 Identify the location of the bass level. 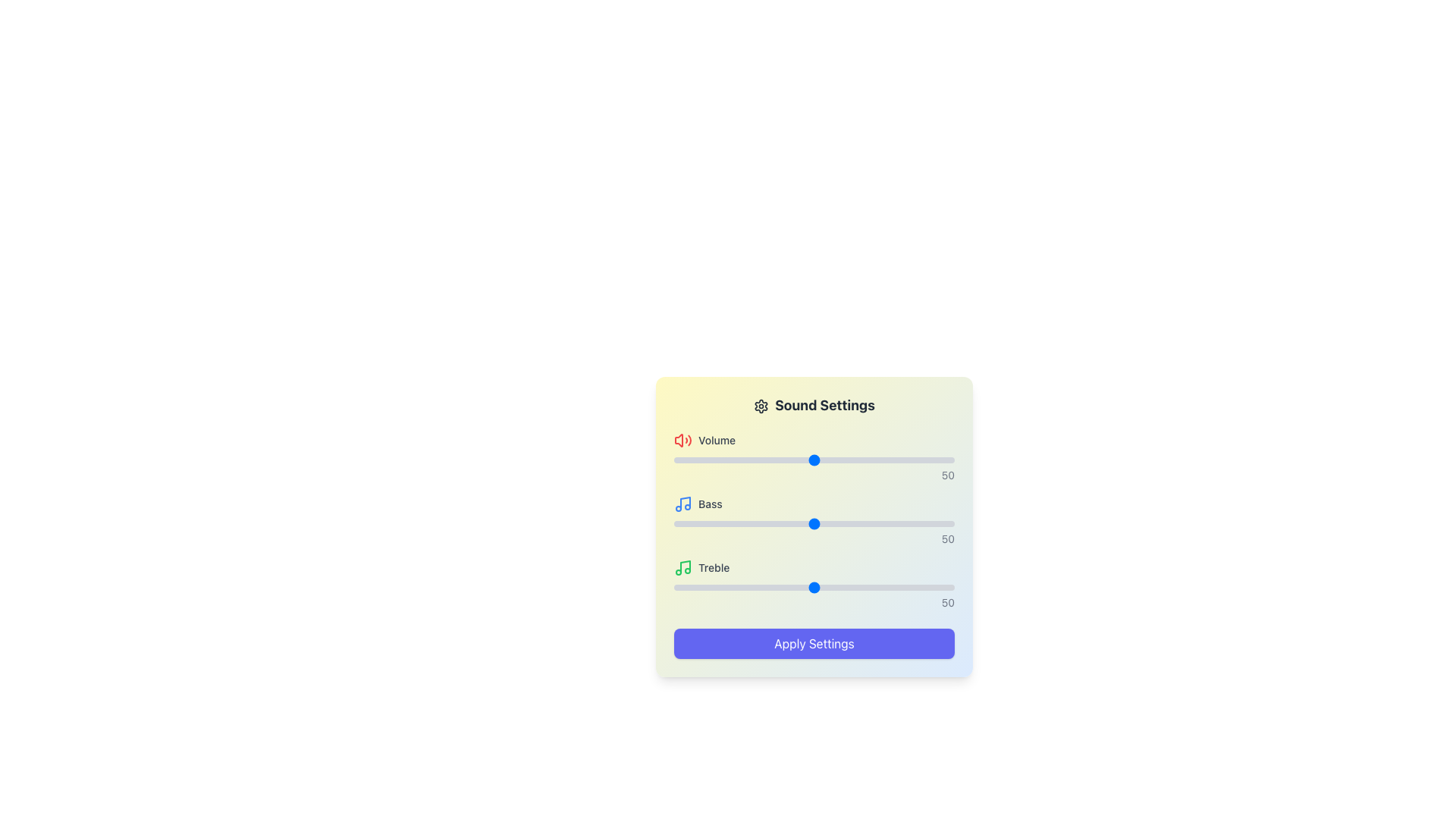
(755, 522).